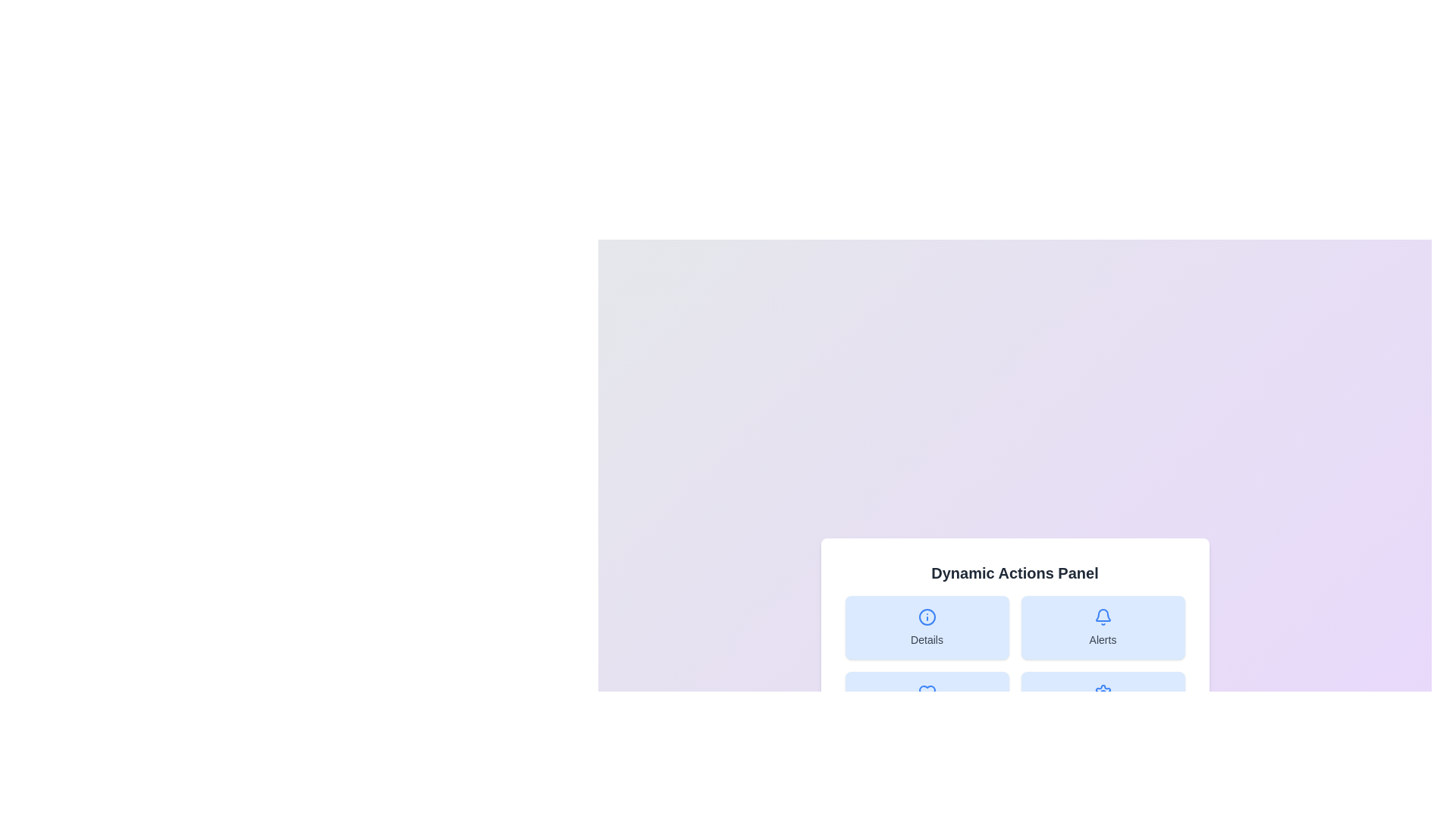 This screenshot has height=819, width=1456. I want to click on the circular information icon with a blue outline, located centrally within the 'Details' card under the 'Dynamic Actions Panel', so click(926, 617).